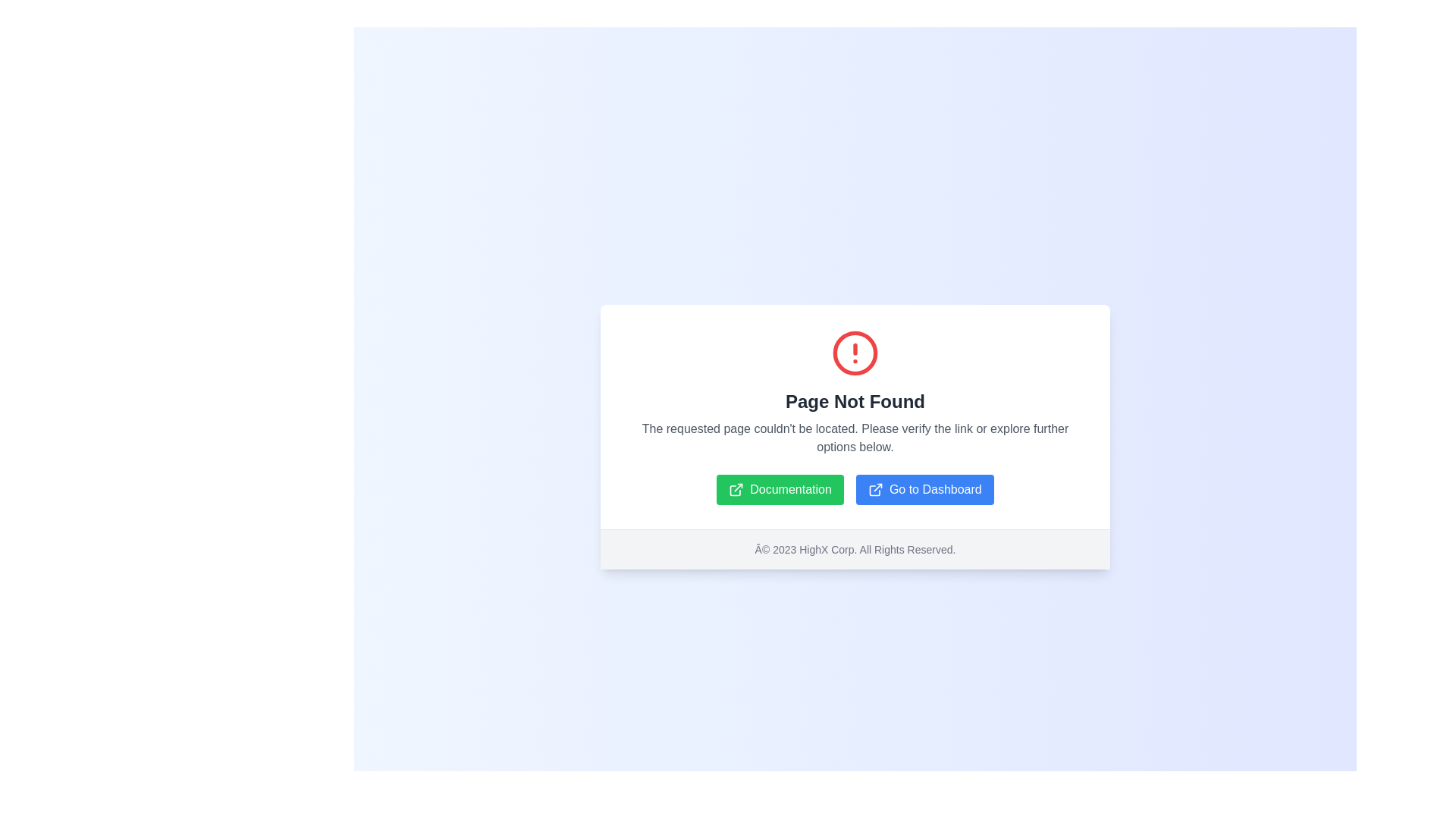 This screenshot has height=819, width=1456. Describe the element at coordinates (924, 489) in the screenshot. I see `the second button in the horizontally aligned pair` at that location.